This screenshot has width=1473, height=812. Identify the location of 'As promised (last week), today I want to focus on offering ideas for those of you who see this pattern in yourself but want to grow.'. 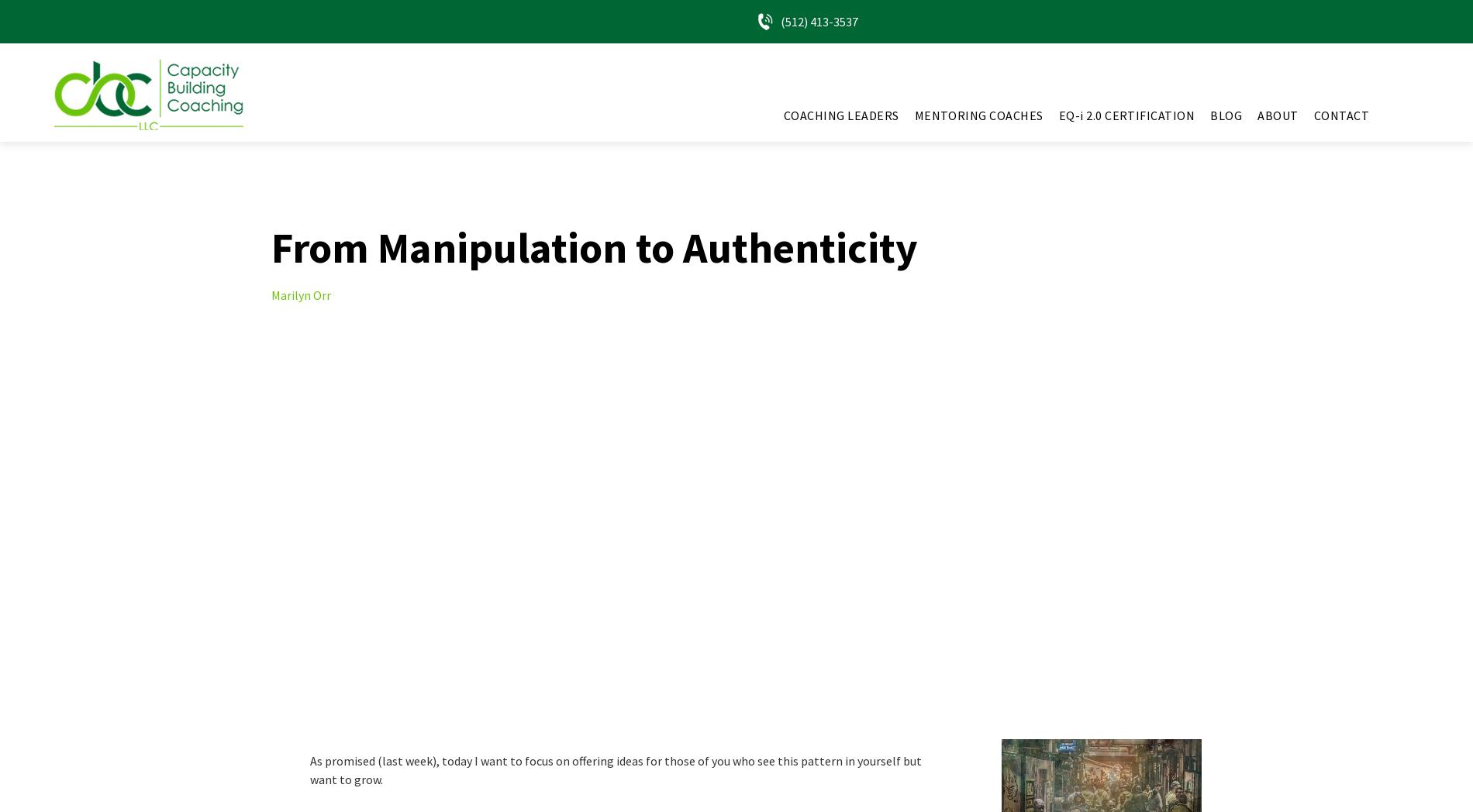
(615, 769).